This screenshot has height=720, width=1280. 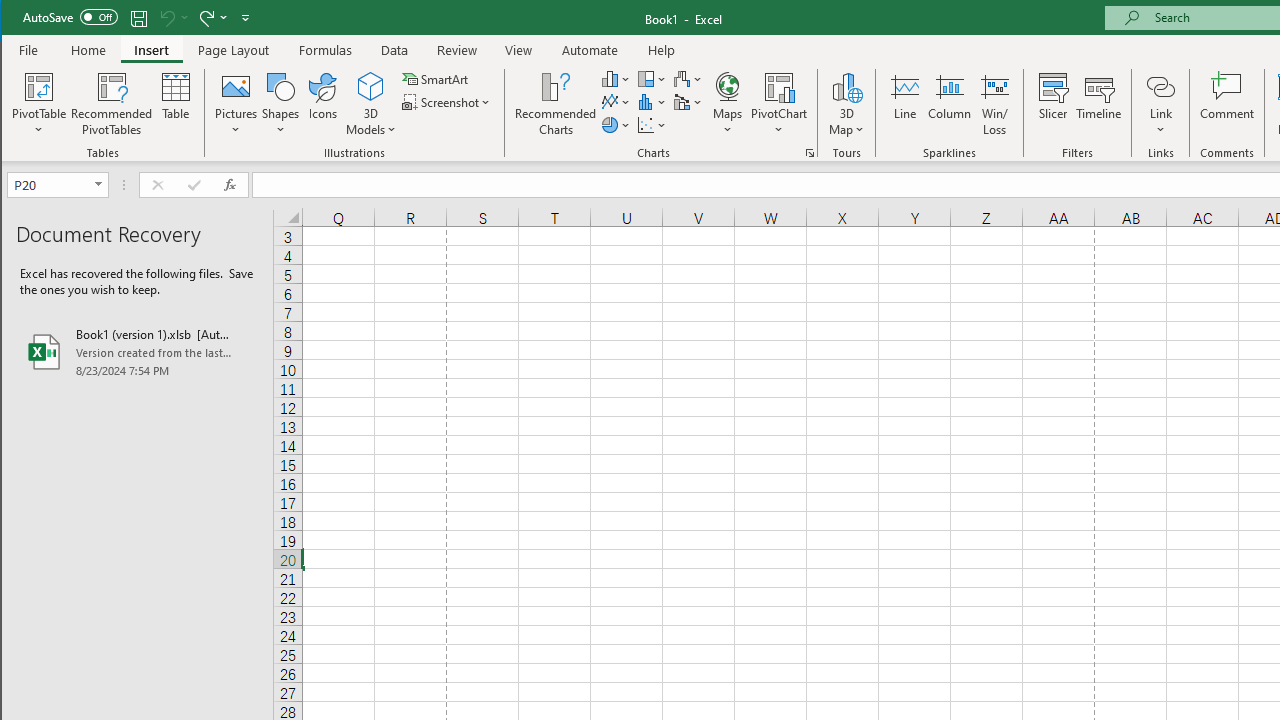 I want to click on 'Timeline', so click(x=1097, y=104).